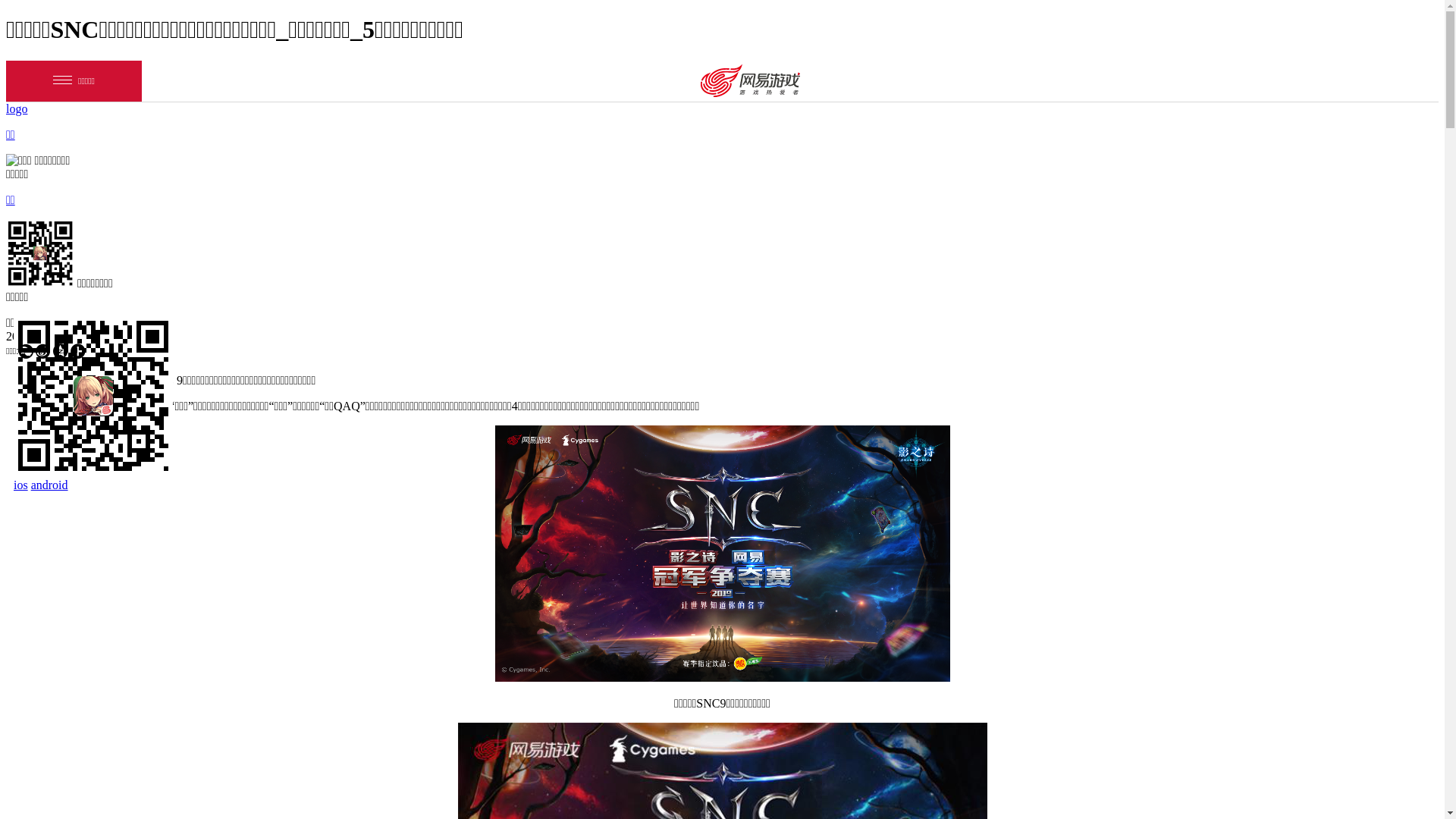 The width and height of the screenshot is (1456, 819). What do you see at coordinates (17, 108) in the screenshot?
I see `'logo'` at bounding box center [17, 108].